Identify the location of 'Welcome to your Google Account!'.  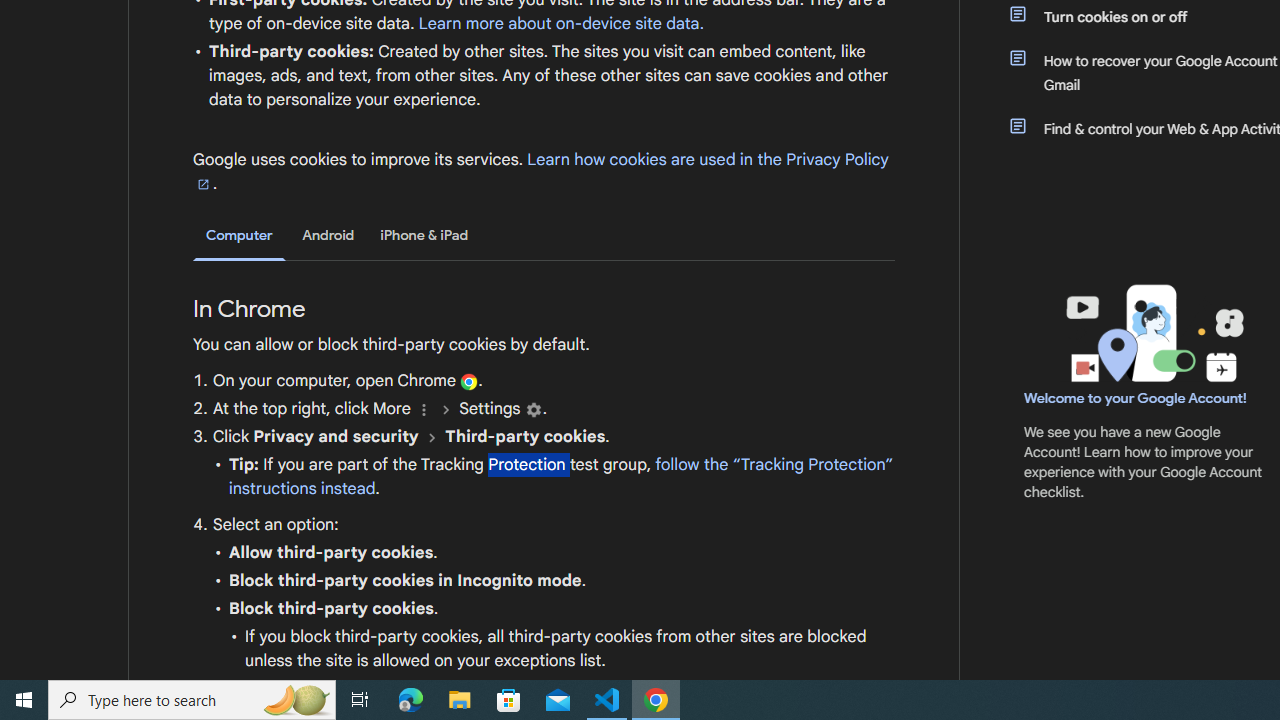
(1135, 397).